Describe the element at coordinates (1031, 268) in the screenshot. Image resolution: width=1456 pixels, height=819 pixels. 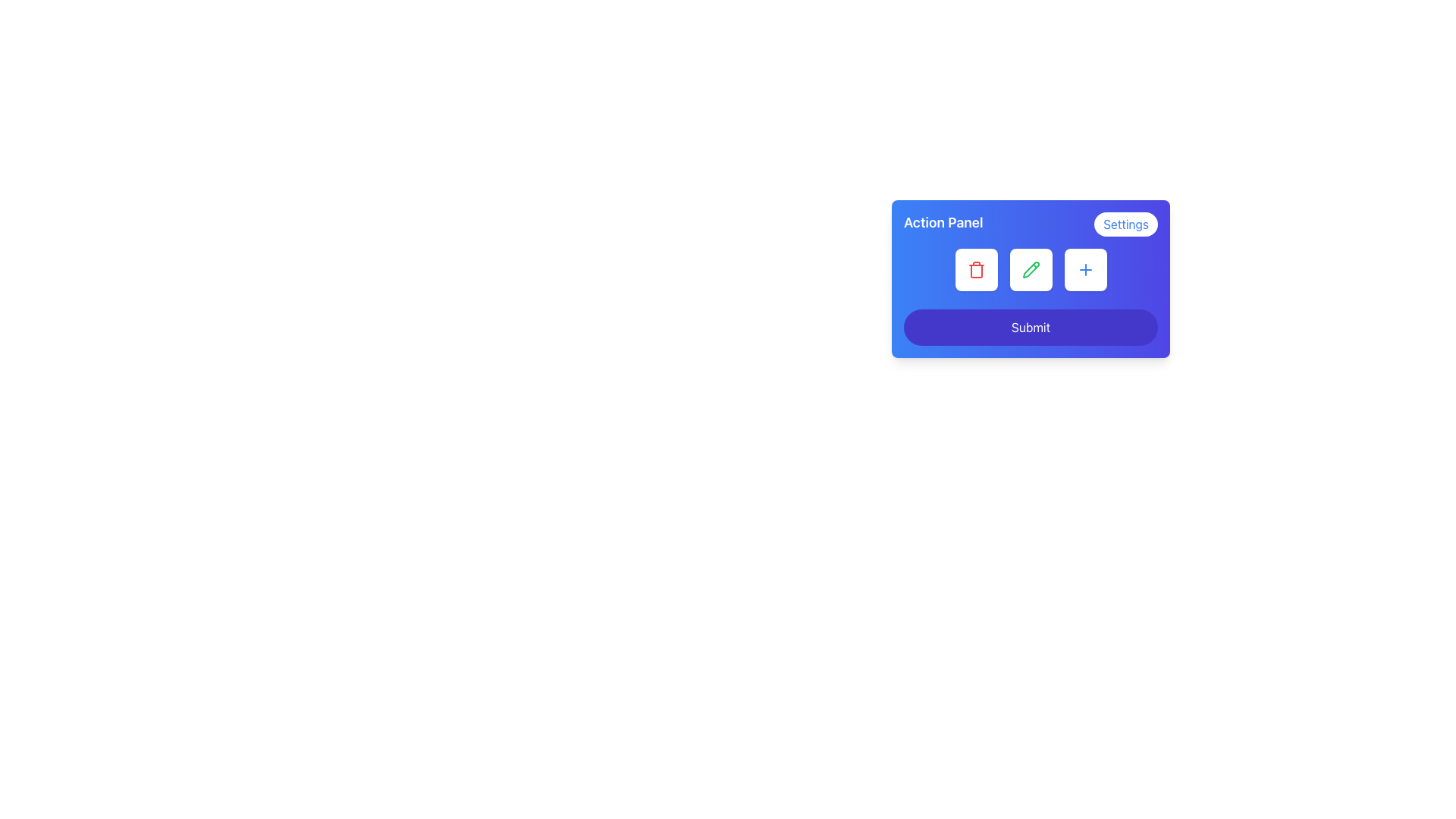
I see `the edit button located in the middle column of the blue 'Action Panel'` at that location.